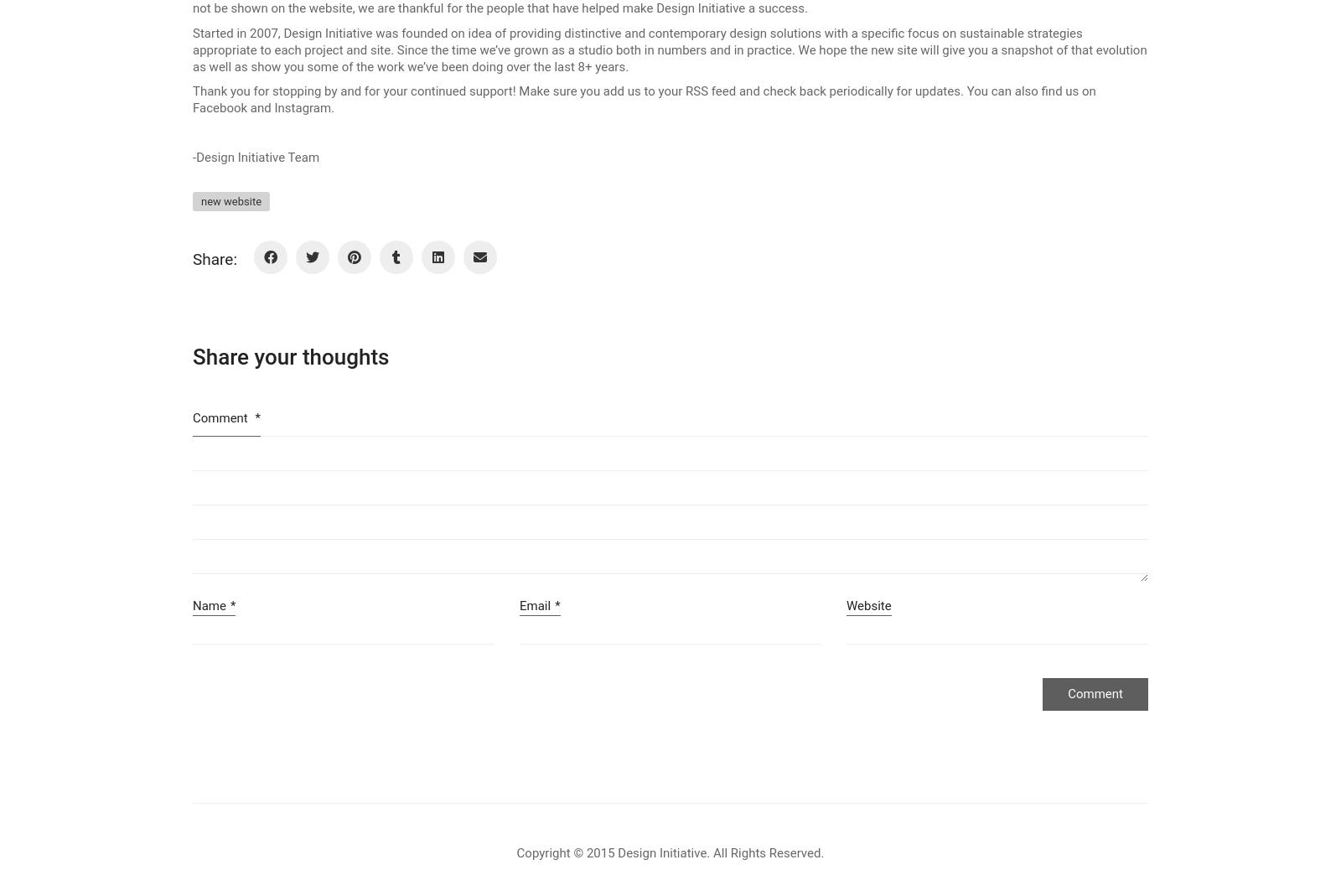 The width and height of the screenshot is (1341, 896). Describe the element at coordinates (644, 99) in the screenshot. I see `'Thank you for stopping by and for your continued support! Make sure you add us to your RSS feed and check back periodically for updates. You can also find us on Facebook and Instagram.'` at that location.